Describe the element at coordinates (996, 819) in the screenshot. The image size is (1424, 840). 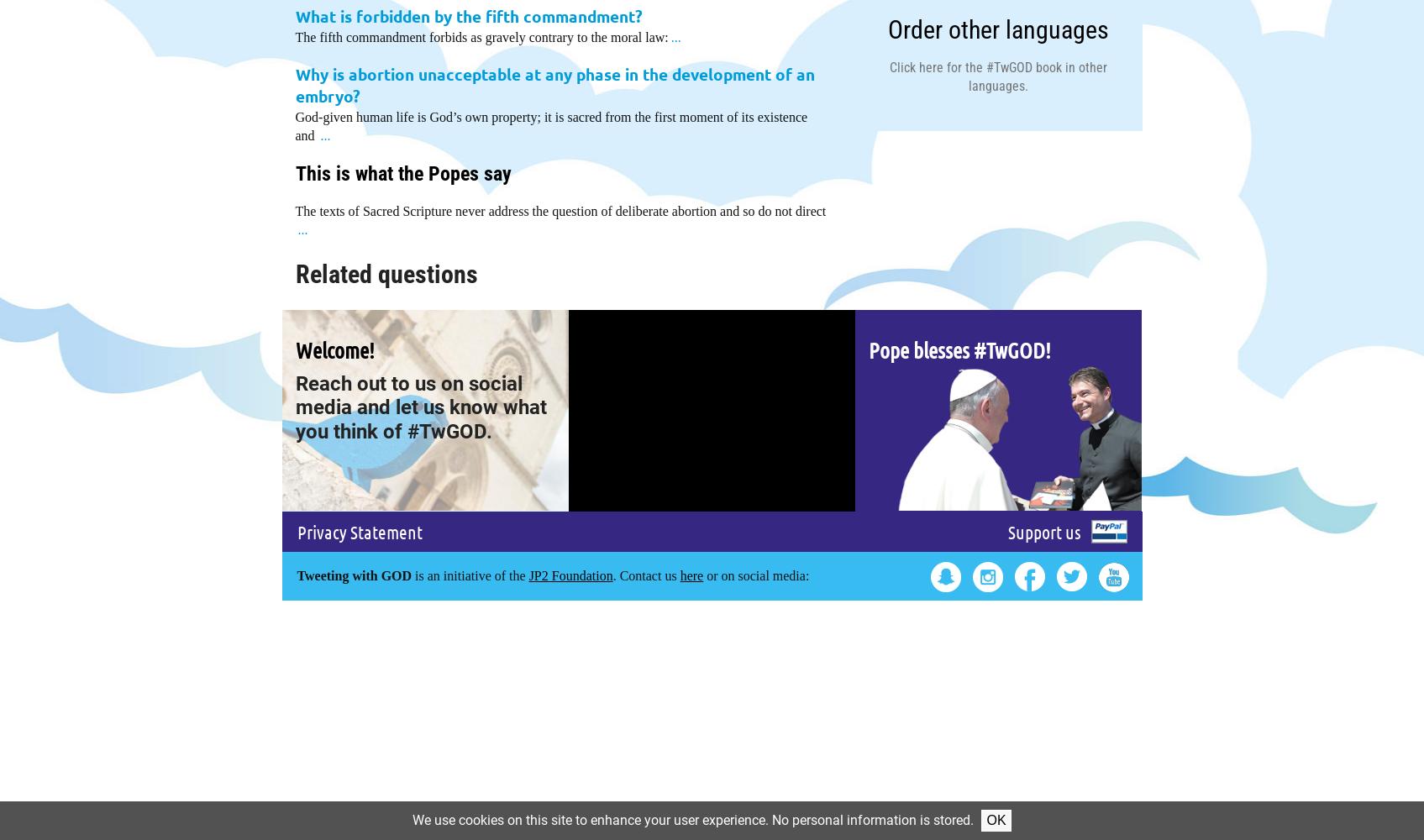
I see `'Ok'` at that location.